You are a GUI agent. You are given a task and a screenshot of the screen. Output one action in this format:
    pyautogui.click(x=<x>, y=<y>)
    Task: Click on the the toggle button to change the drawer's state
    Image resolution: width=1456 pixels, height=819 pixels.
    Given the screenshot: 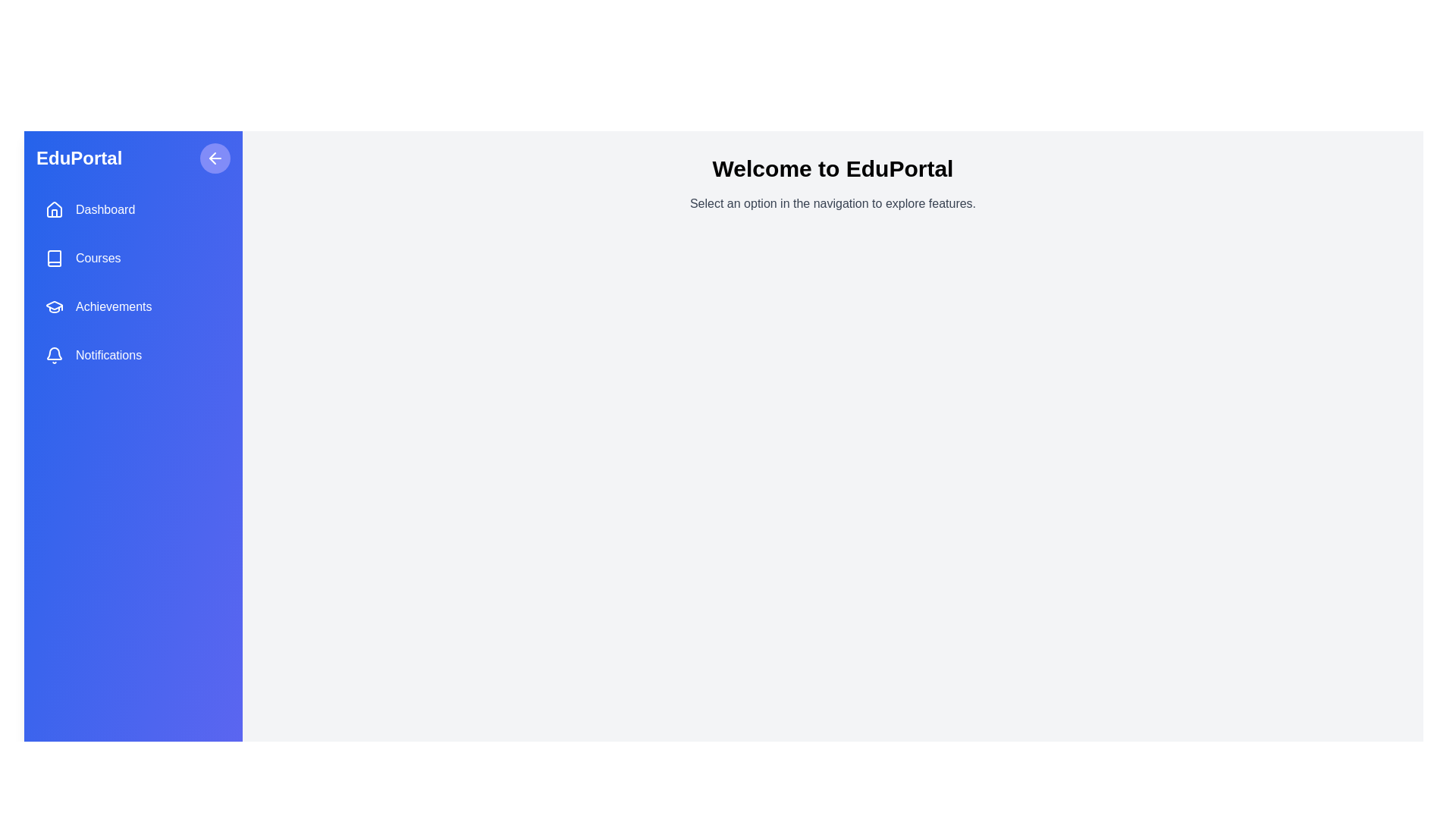 What is the action you would take?
    pyautogui.click(x=214, y=158)
    